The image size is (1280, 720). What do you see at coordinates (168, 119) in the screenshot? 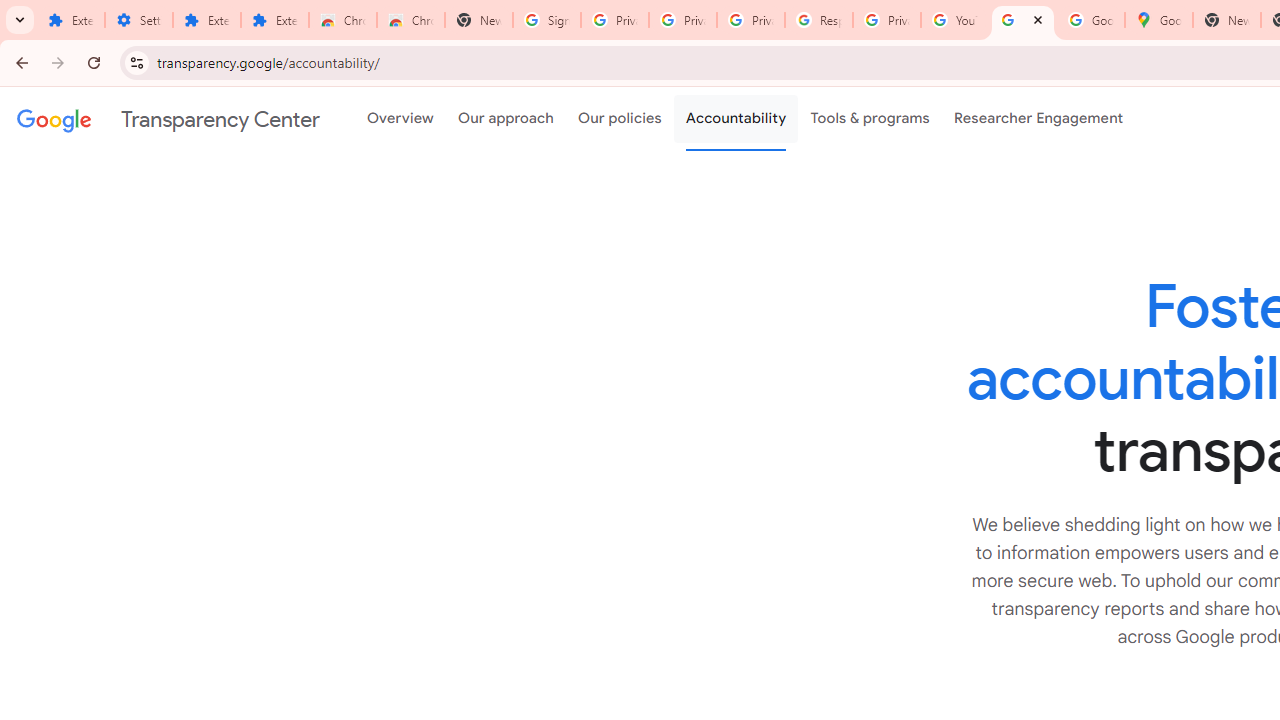
I see `'Transparency Center'` at bounding box center [168, 119].